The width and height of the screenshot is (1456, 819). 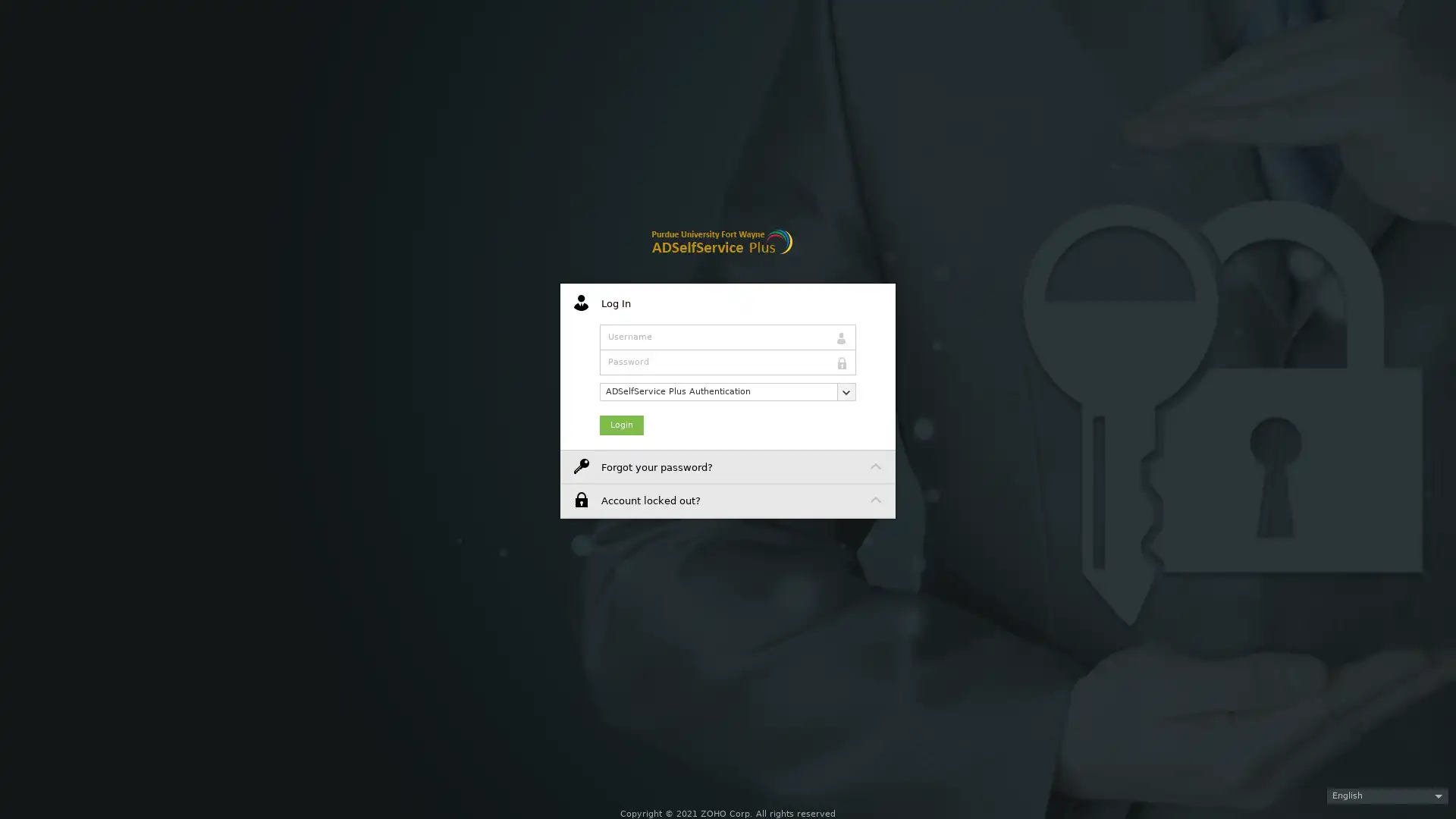 What do you see at coordinates (728, 391) in the screenshot?
I see `ADSelfService Plus Authentication` at bounding box center [728, 391].